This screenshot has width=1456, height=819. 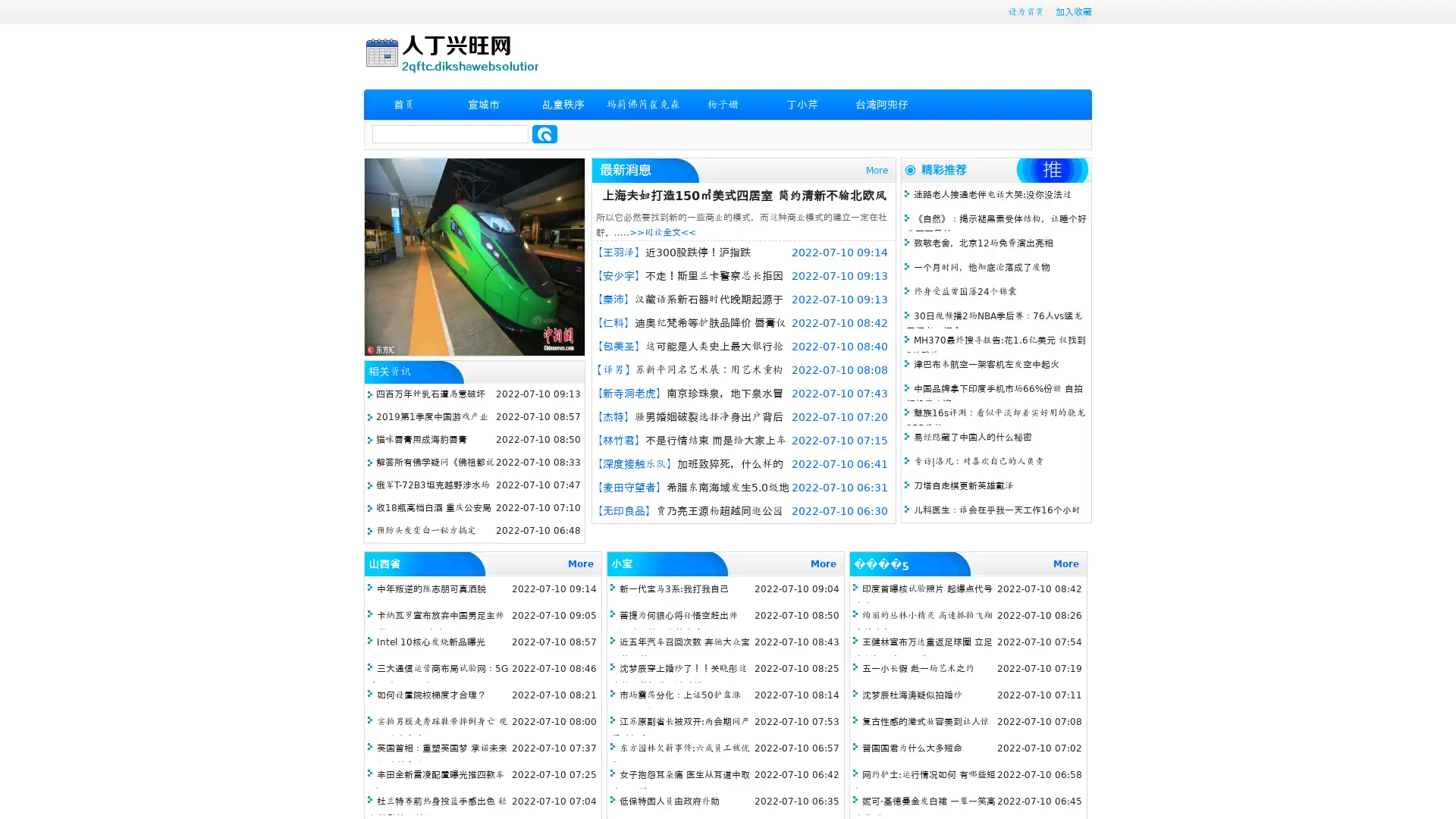 What do you see at coordinates (544, 133) in the screenshot?
I see `Search` at bounding box center [544, 133].